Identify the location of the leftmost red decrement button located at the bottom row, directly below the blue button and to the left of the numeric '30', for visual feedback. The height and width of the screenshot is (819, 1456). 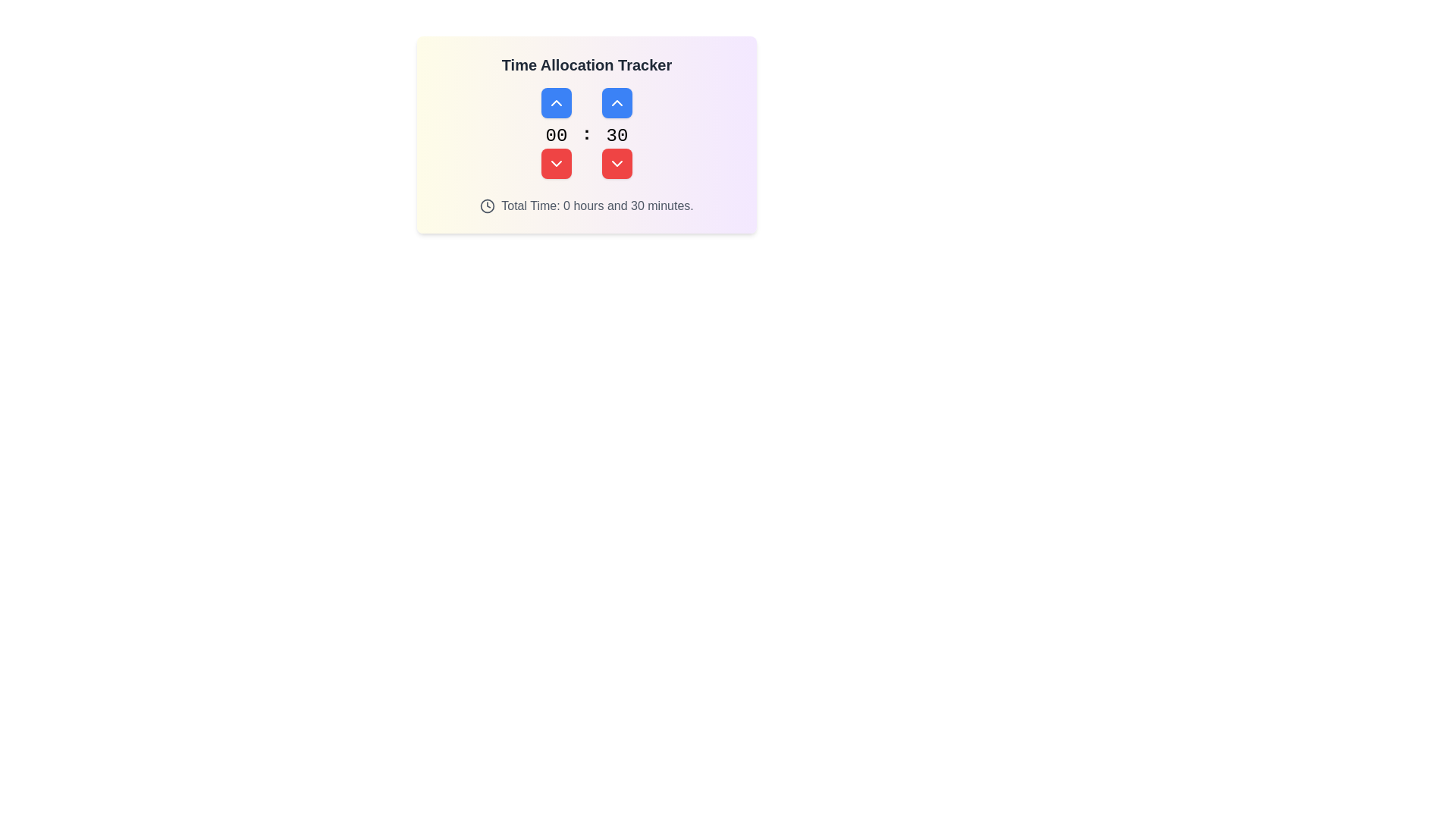
(556, 164).